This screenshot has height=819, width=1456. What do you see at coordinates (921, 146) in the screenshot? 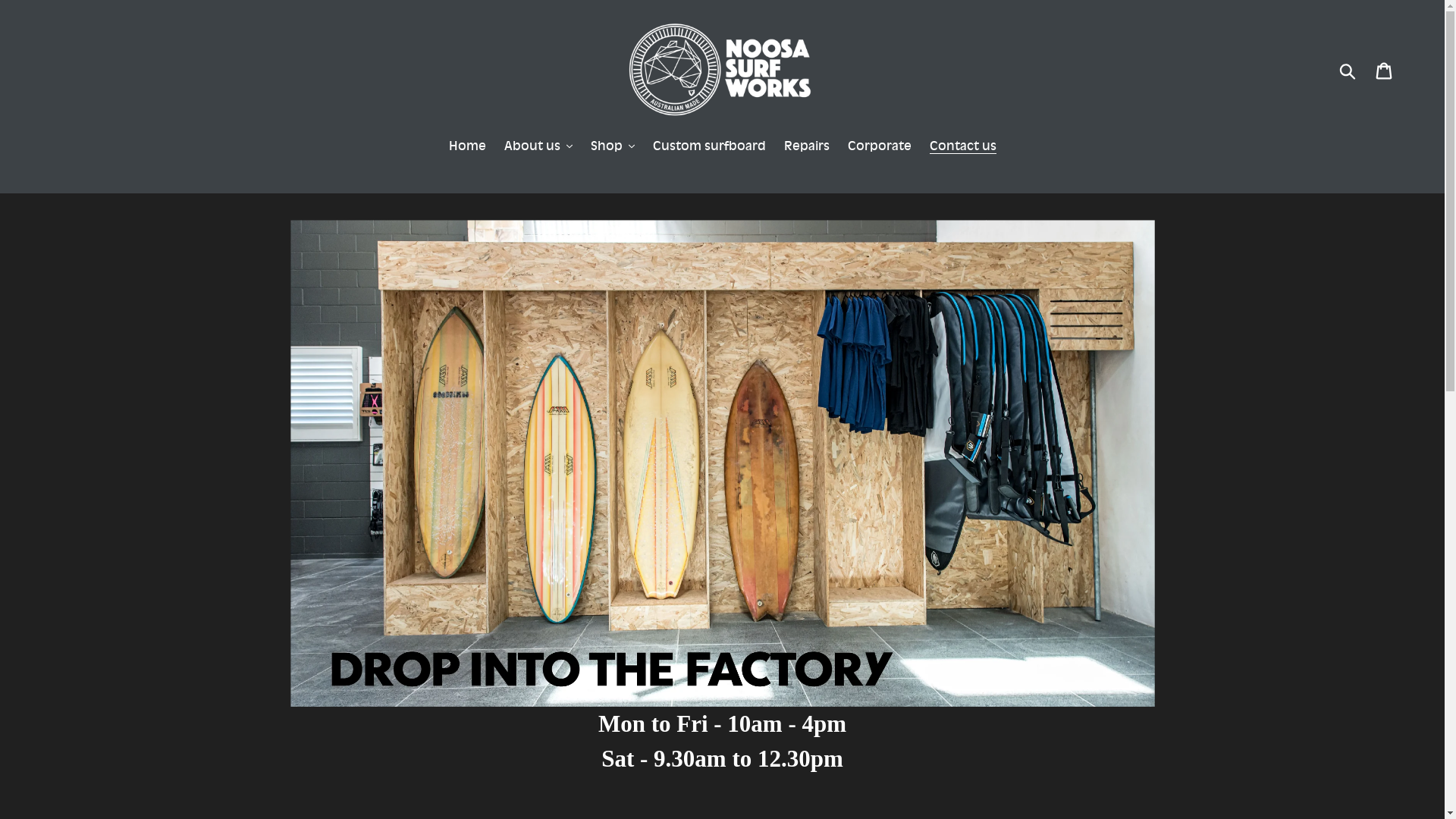
I see `'Contact us'` at bounding box center [921, 146].